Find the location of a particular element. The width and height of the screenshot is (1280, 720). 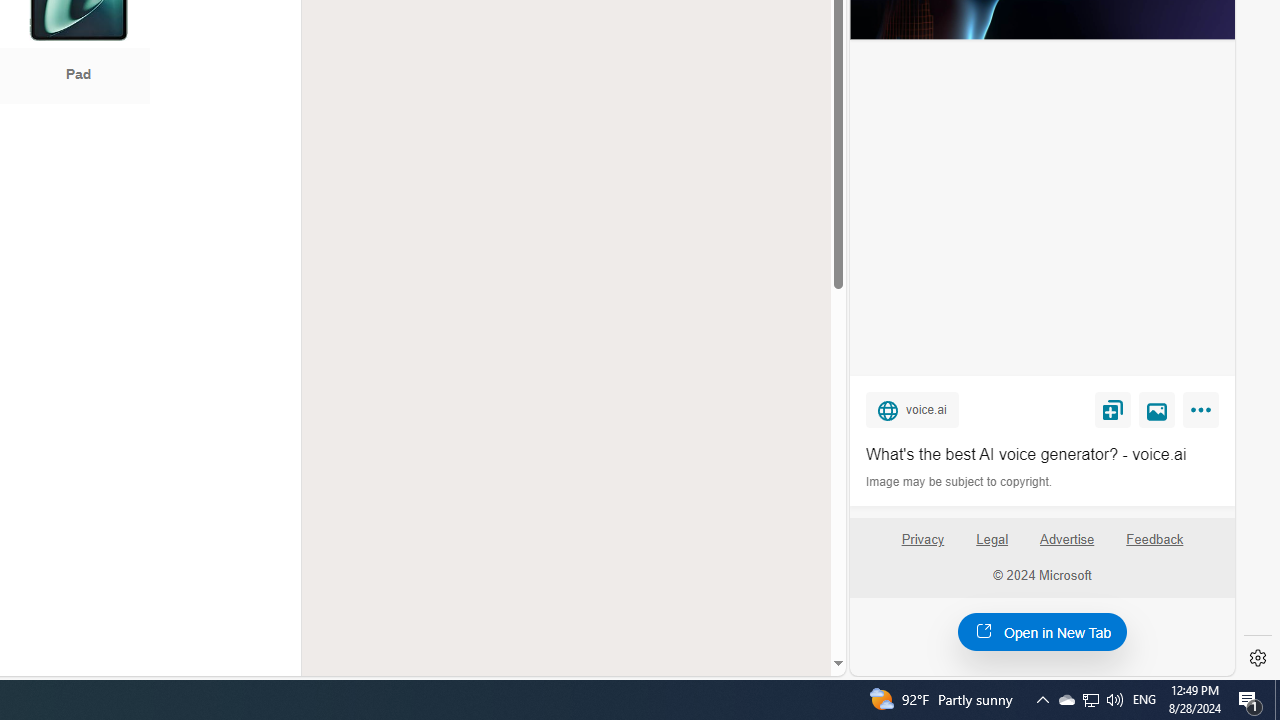

'Legal' is located at coordinates (992, 547).